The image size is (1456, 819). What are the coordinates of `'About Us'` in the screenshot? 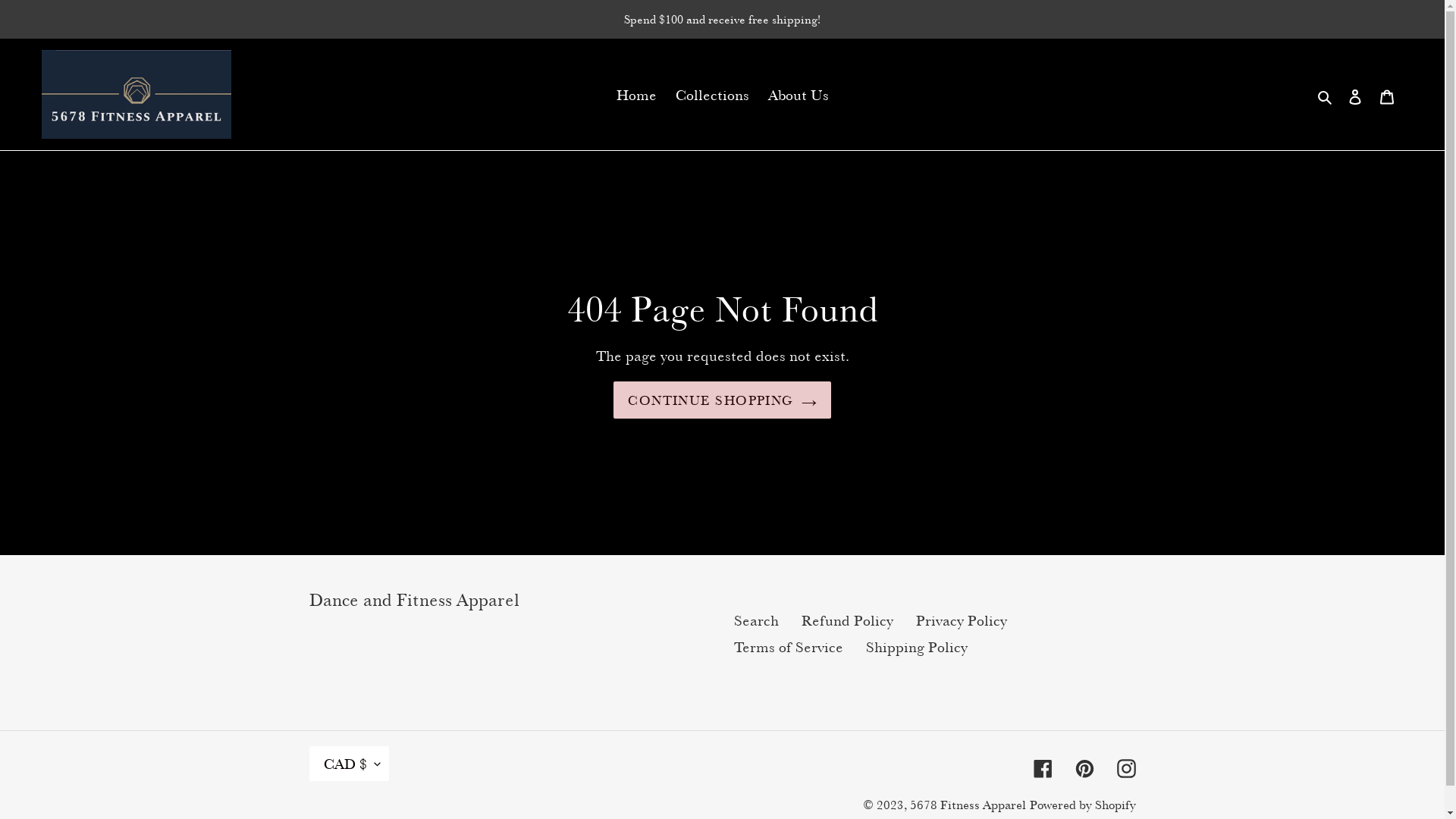 It's located at (760, 94).